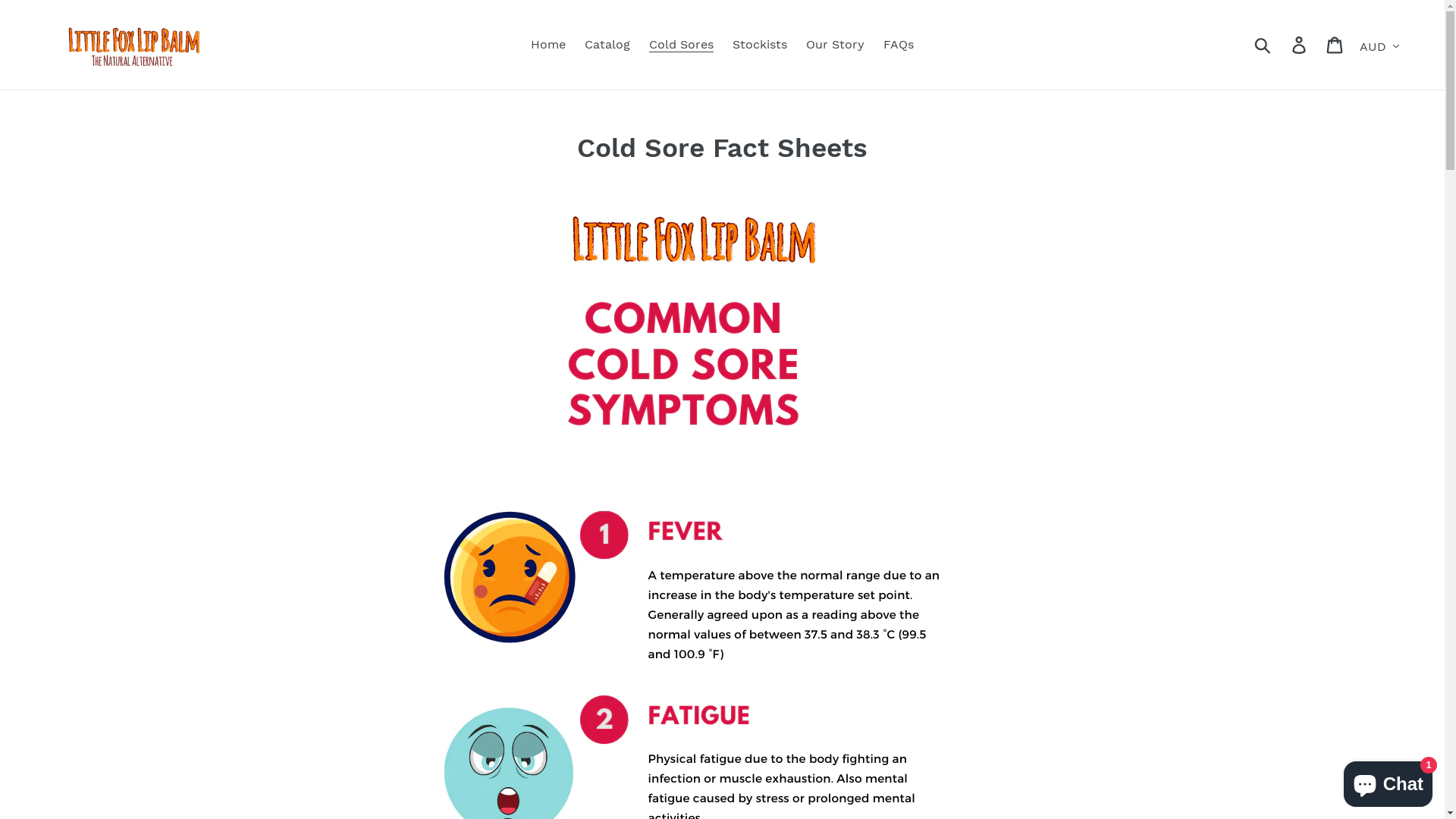 This screenshot has width=1456, height=819. I want to click on 'Cold Sores', so click(641, 43).